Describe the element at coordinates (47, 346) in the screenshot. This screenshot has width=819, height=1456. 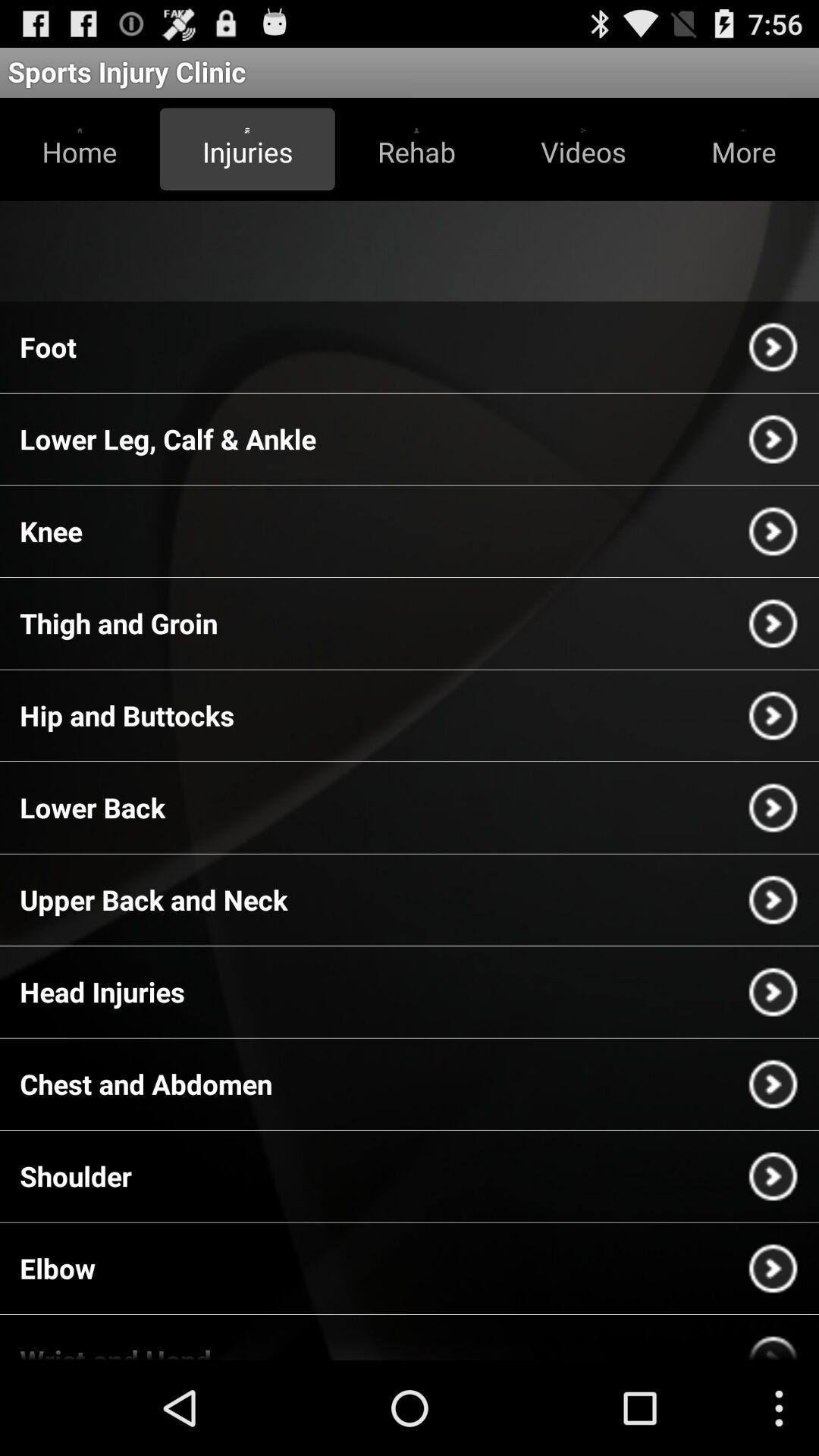
I see `the foot icon` at that location.